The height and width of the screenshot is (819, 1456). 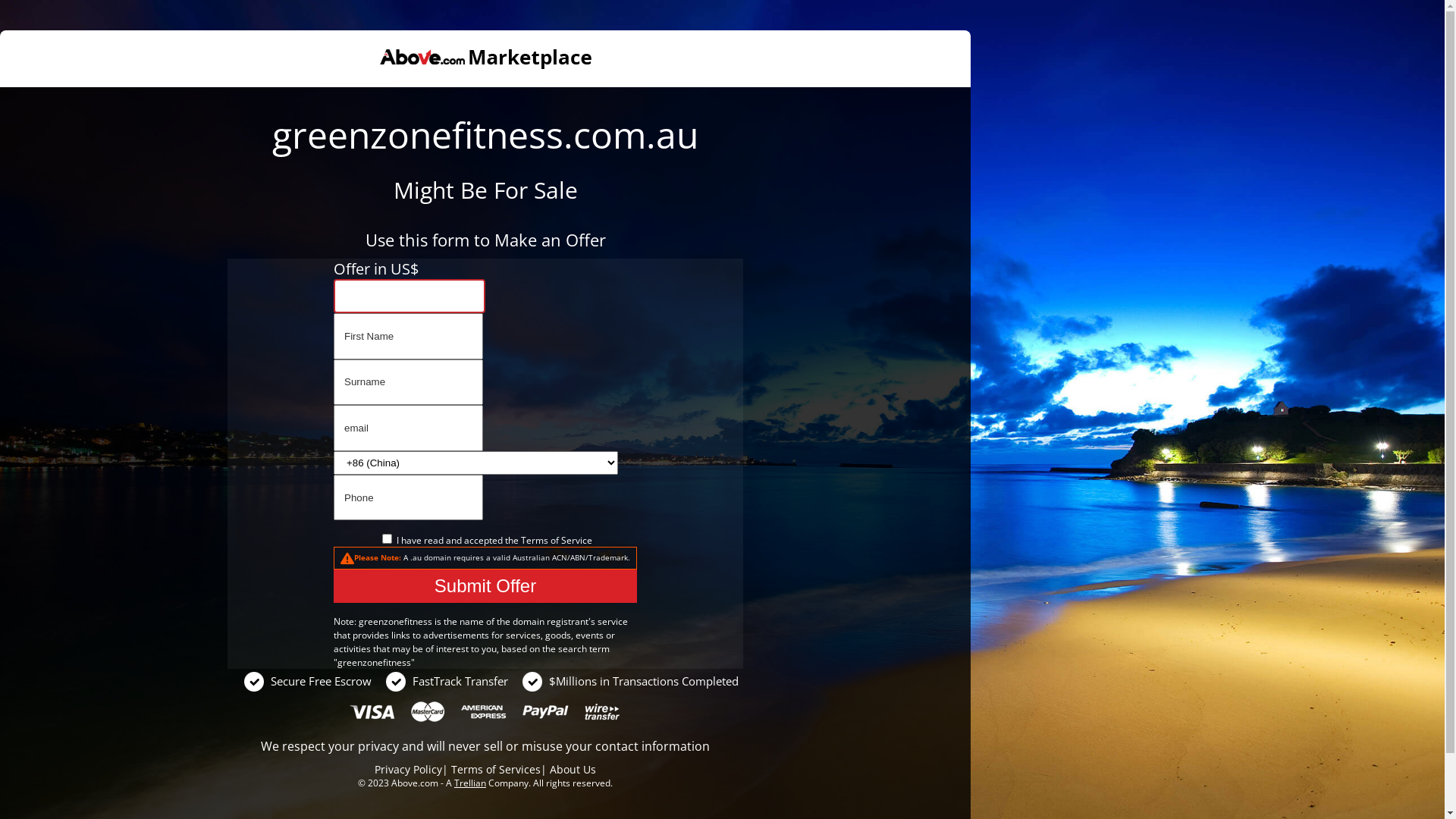 What do you see at coordinates (484, 585) in the screenshot?
I see `'Submit Offer'` at bounding box center [484, 585].